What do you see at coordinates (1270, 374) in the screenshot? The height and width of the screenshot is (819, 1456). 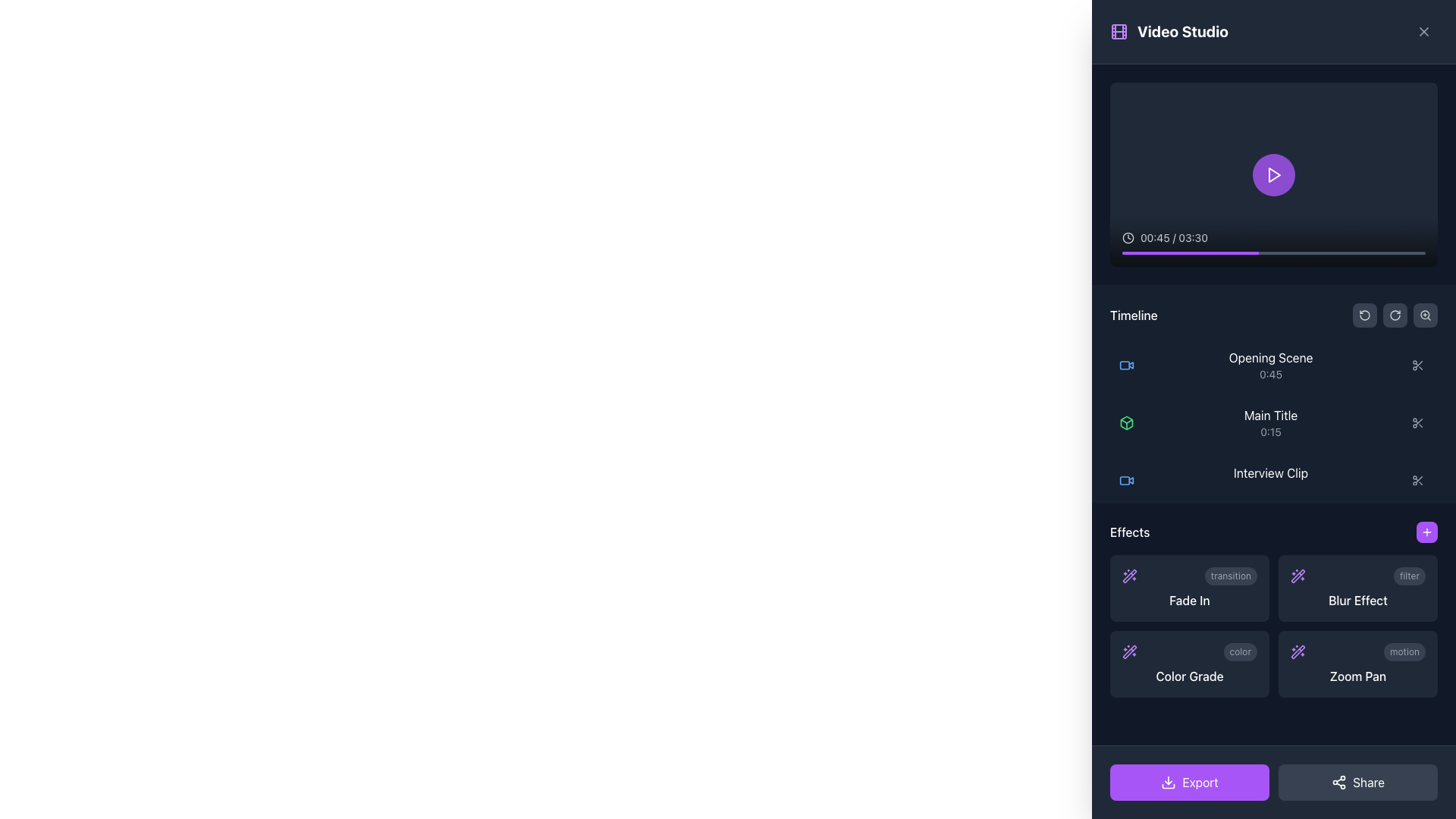 I see `the text label displaying the duration '0:45' located in the timeline section of the video editing interface, positioned below 'Opening Scene'` at bounding box center [1270, 374].